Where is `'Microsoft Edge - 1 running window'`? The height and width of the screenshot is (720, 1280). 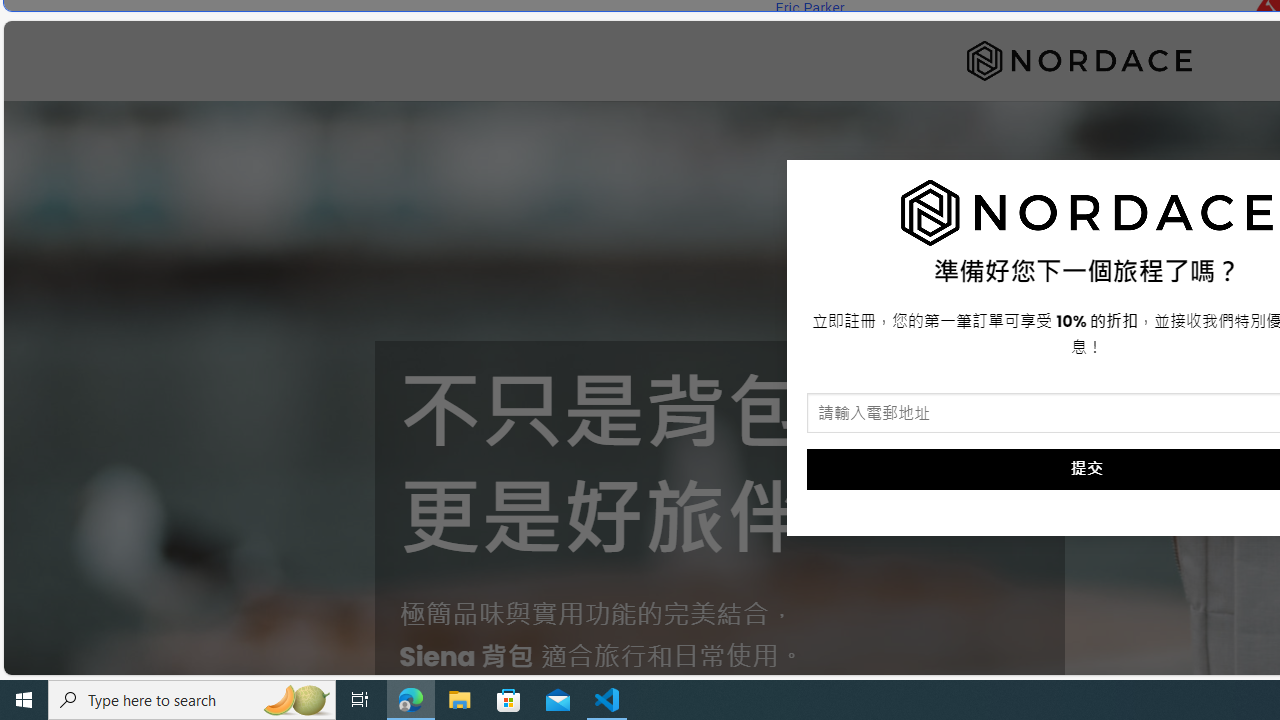 'Microsoft Edge - 1 running window' is located at coordinates (410, 698).